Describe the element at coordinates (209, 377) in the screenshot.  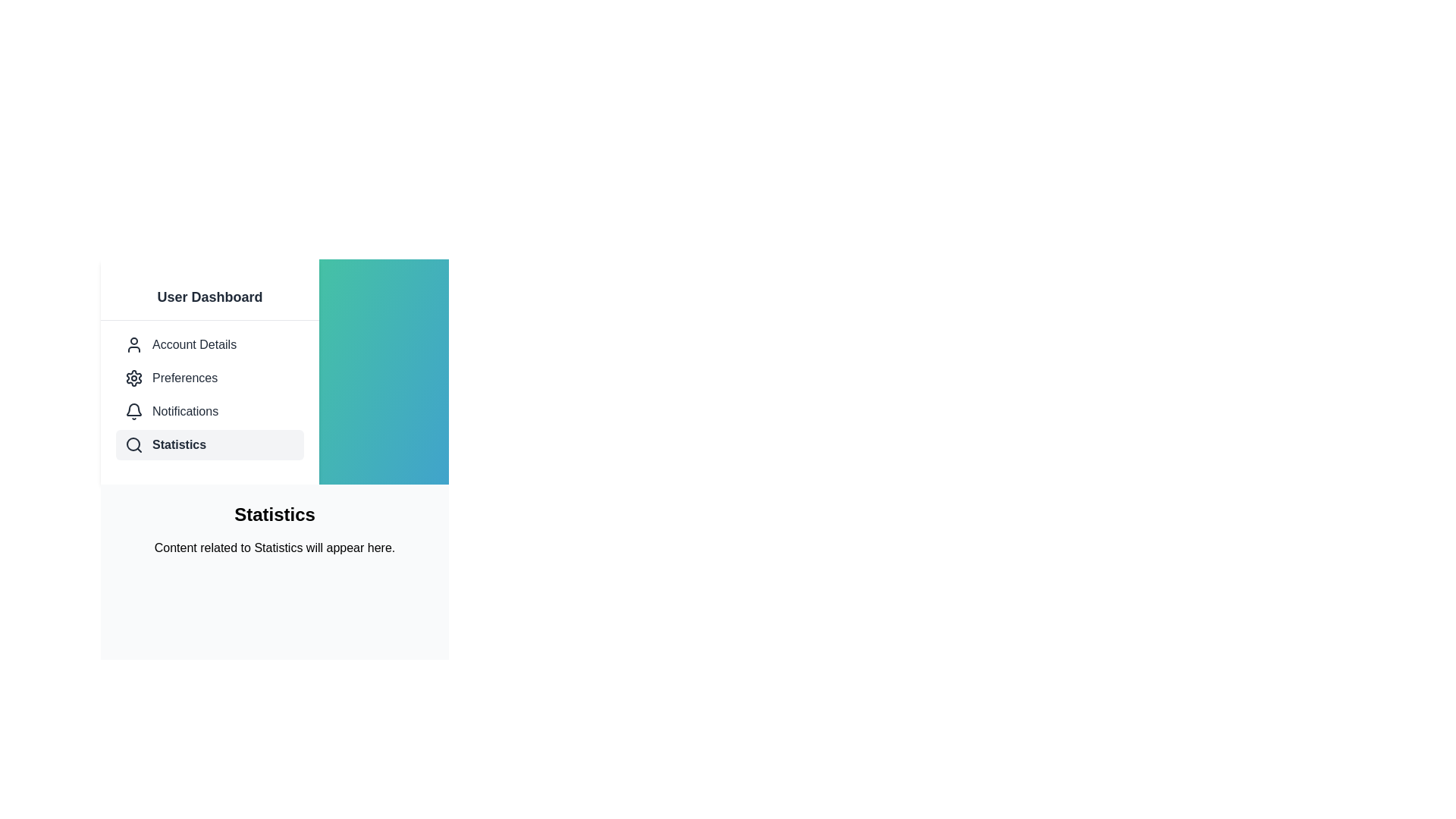
I see `the second button-like interactive list item in the navigation panel` at that location.